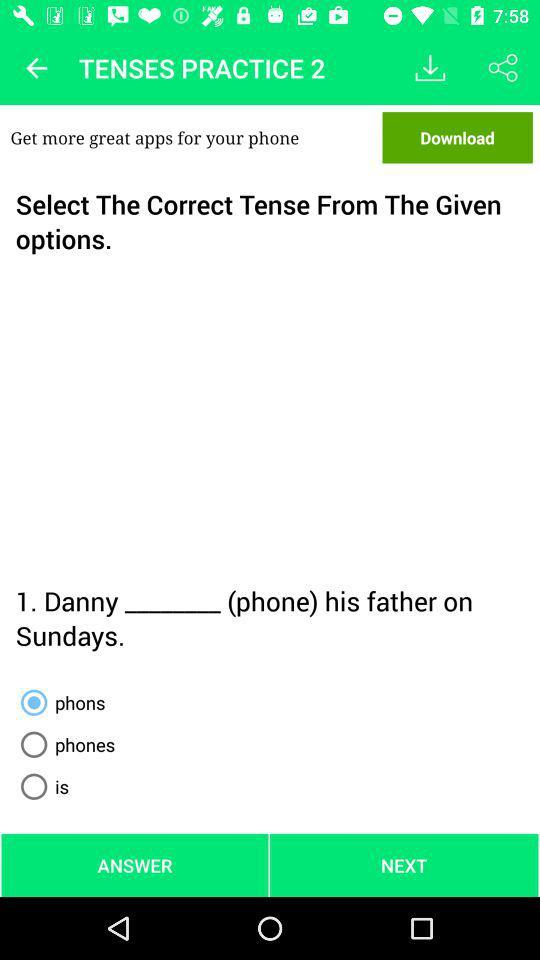  Describe the element at coordinates (64, 743) in the screenshot. I see `the item above the is radio button` at that location.